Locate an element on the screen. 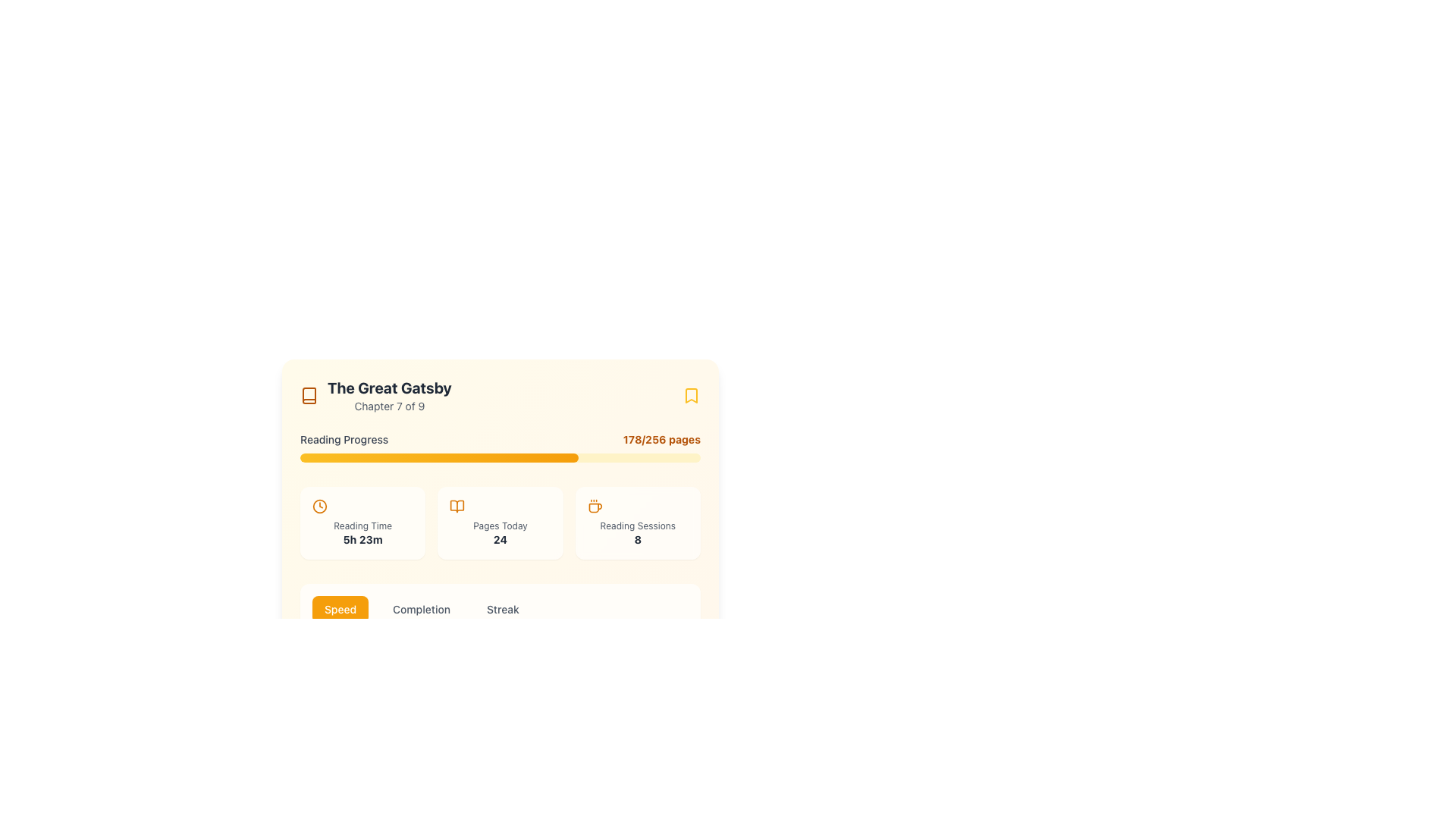 The height and width of the screenshot is (819, 1456). the 'Speed' button, which is a rounded rectangular button with a vibrant amber background and white text is located at coordinates (340, 608).